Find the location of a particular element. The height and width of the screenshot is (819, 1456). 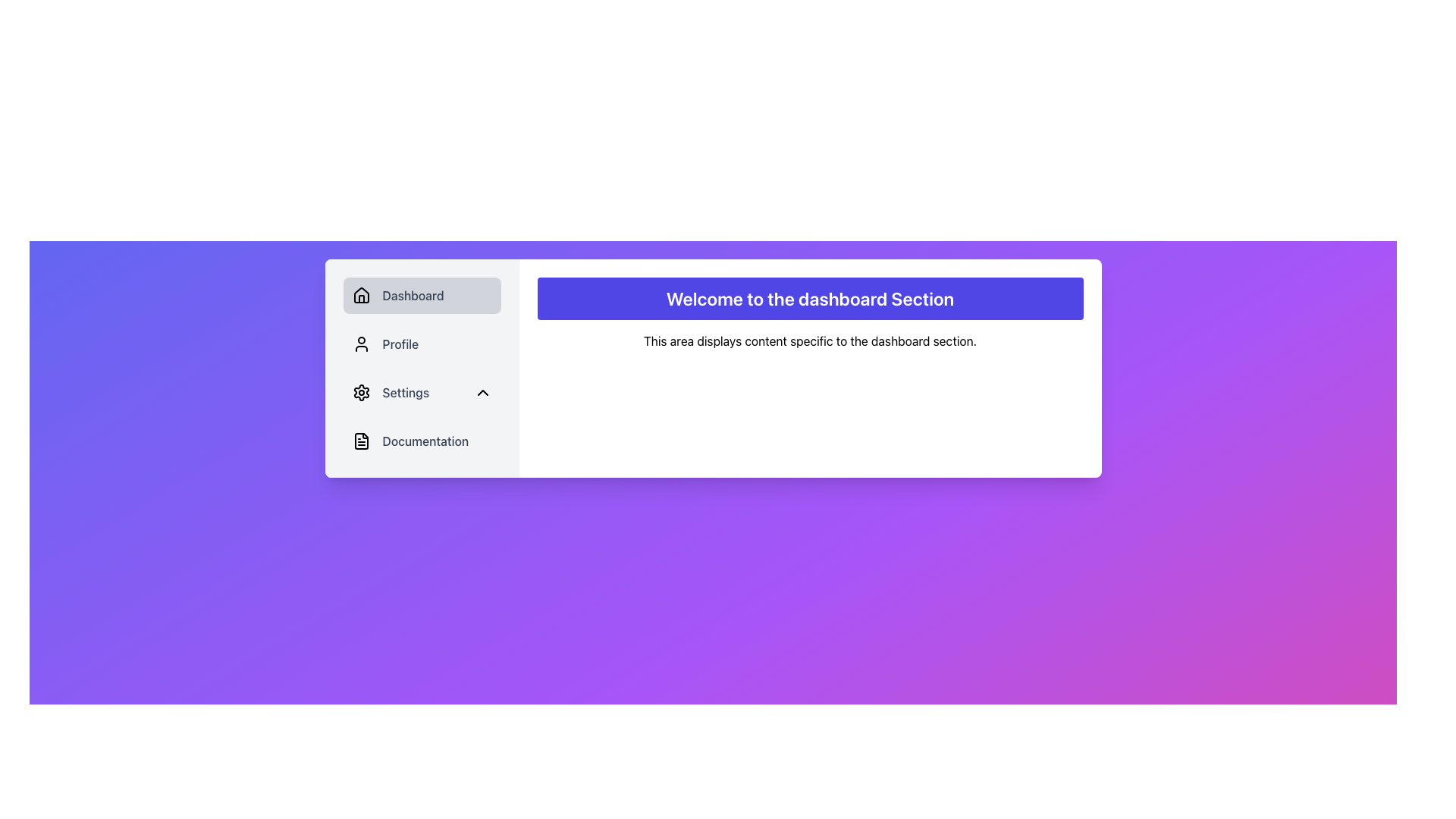

the document icon located in the vertical sidebar menu, positioned below 'Settings' and to the left of the 'Documentation' label is located at coordinates (360, 441).